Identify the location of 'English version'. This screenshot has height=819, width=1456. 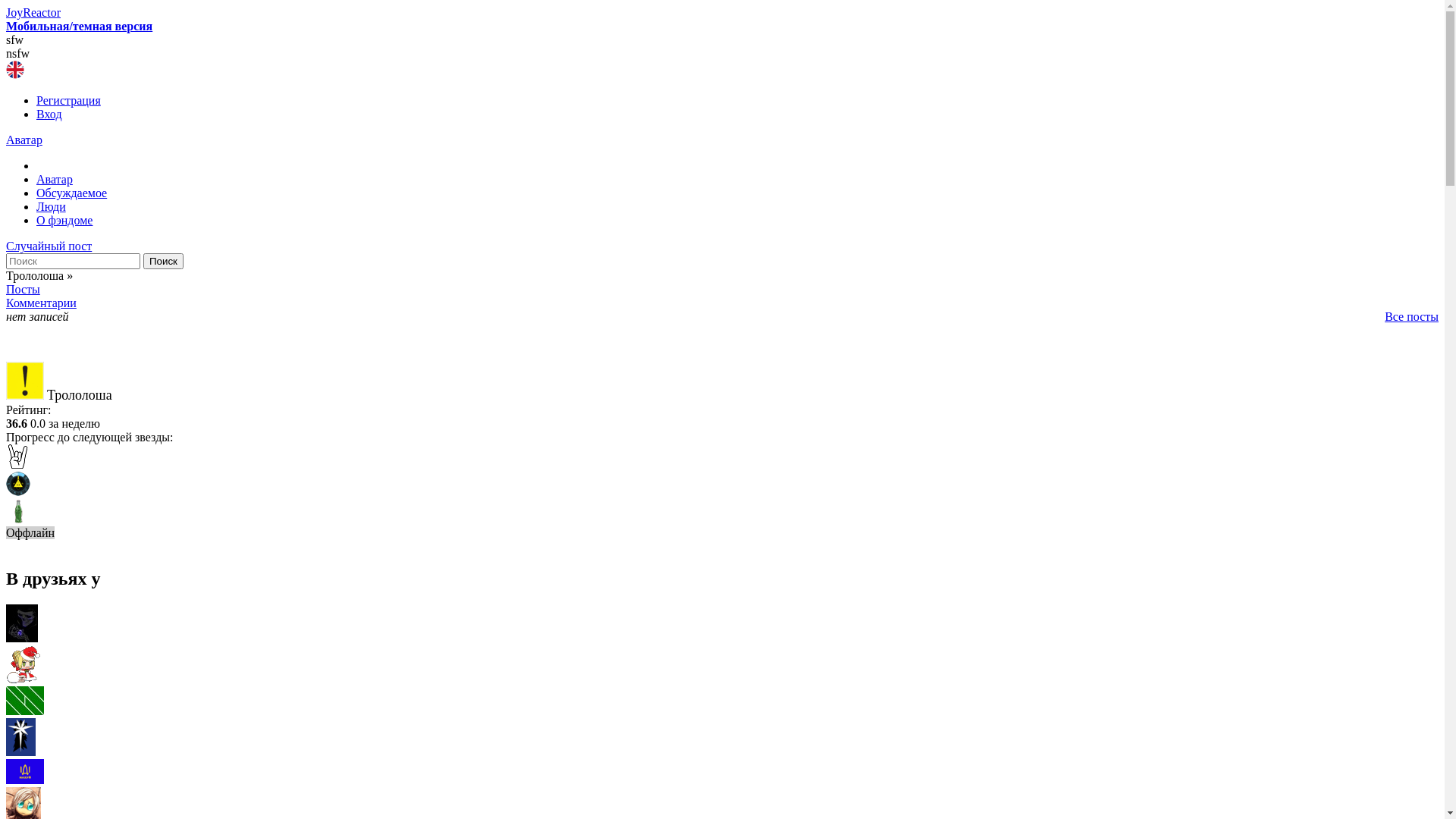
(14, 70).